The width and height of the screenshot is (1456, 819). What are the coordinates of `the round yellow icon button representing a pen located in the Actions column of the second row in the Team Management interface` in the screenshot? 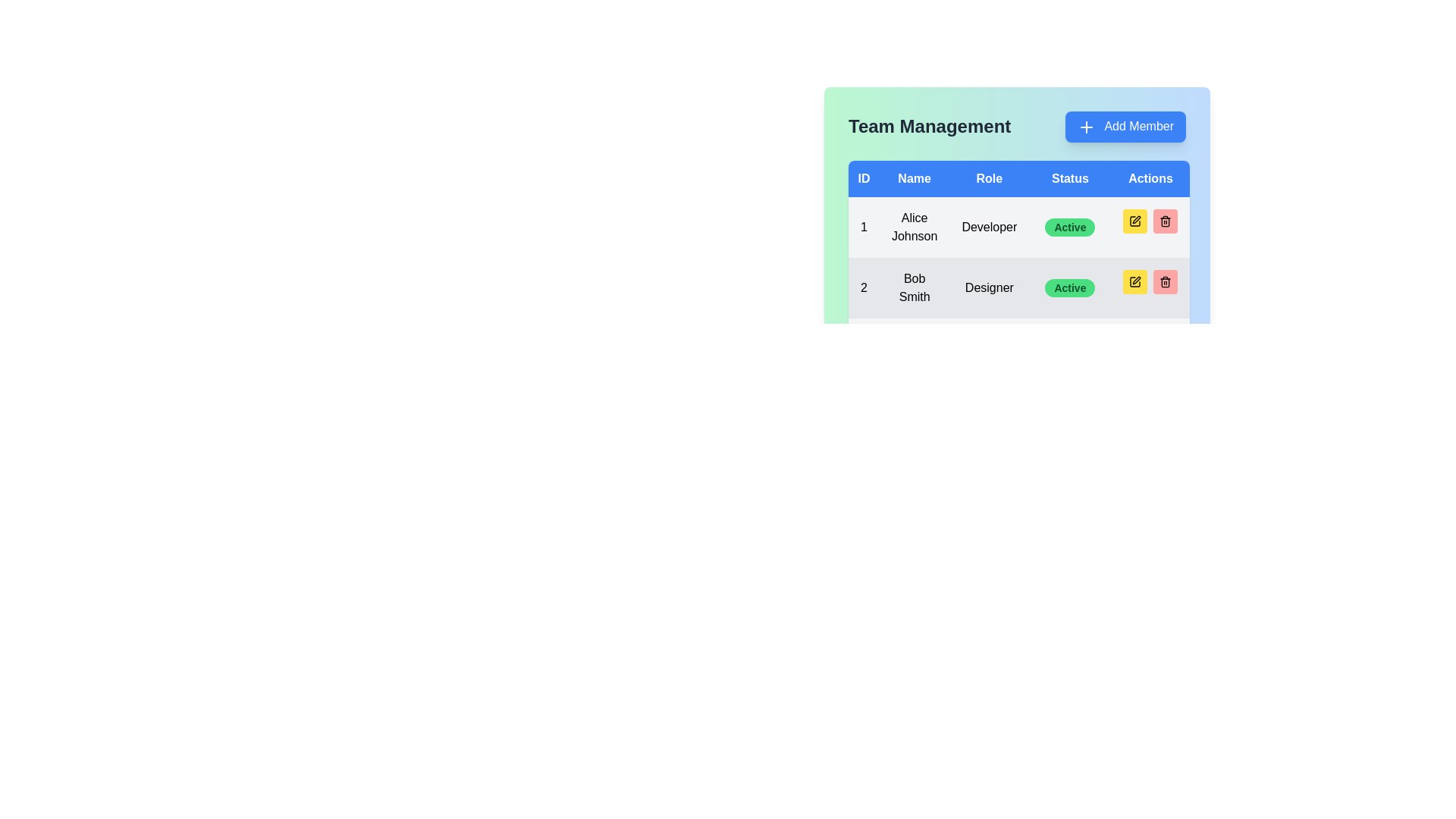 It's located at (1135, 281).